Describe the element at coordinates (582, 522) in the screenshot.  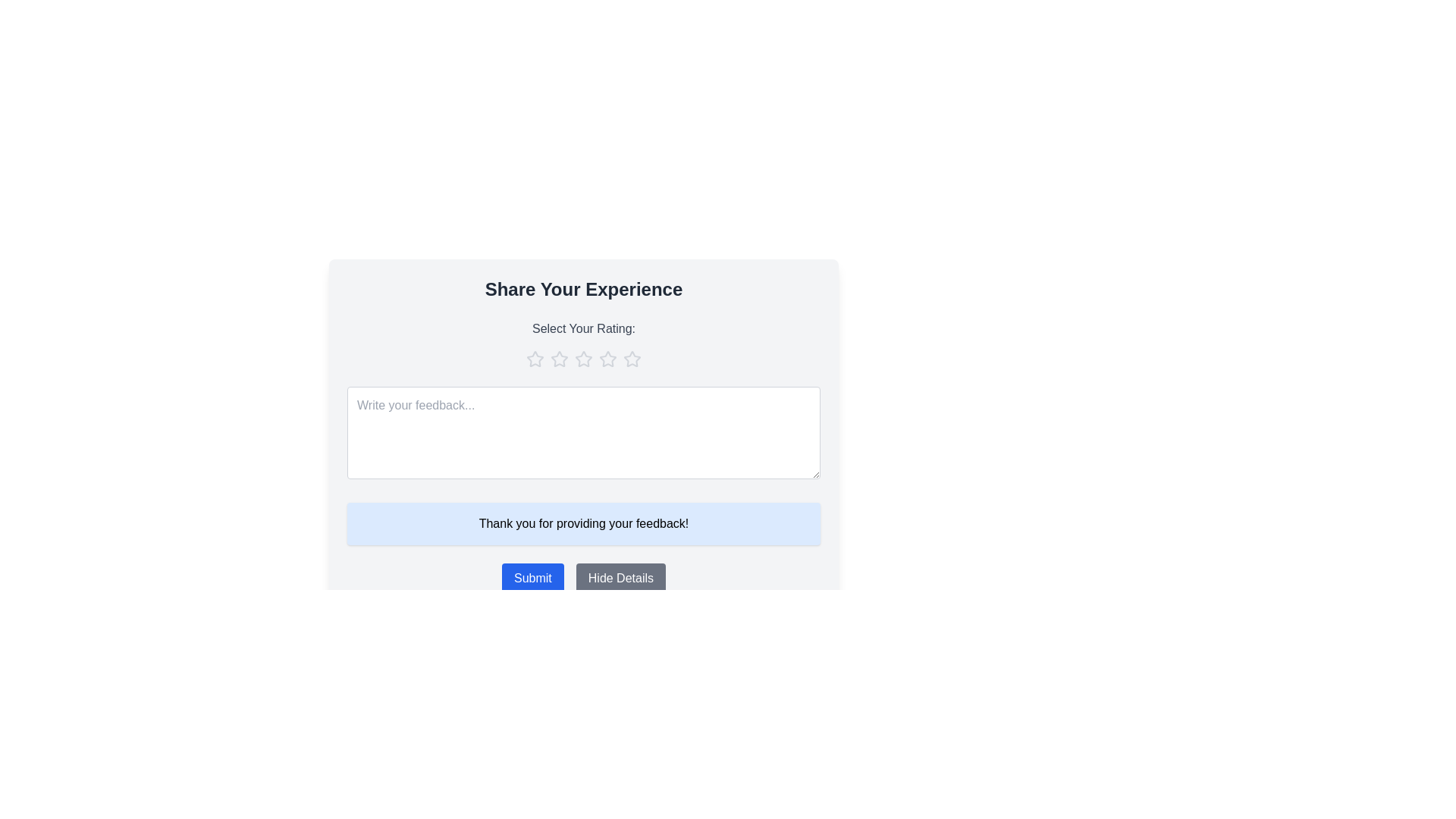
I see `the confirmation message text box that acknowledges user feedback submission, positioned below the feedback text area and above the 'Submit' and 'Hide Details' buttons` at that location.